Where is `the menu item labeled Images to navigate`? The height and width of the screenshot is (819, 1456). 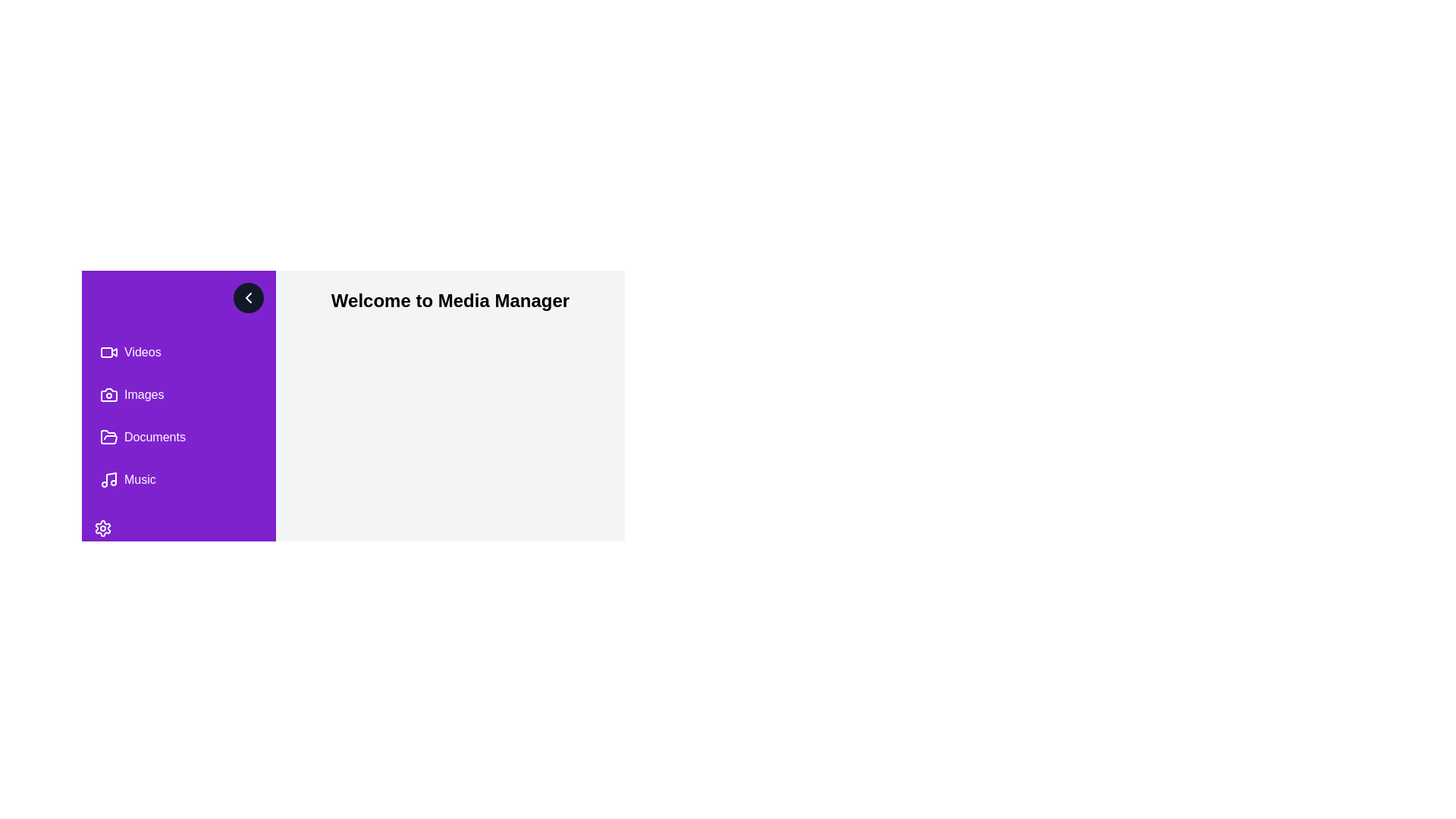
the menu item labeled Images to navigate is located at coordinates (178, 394).